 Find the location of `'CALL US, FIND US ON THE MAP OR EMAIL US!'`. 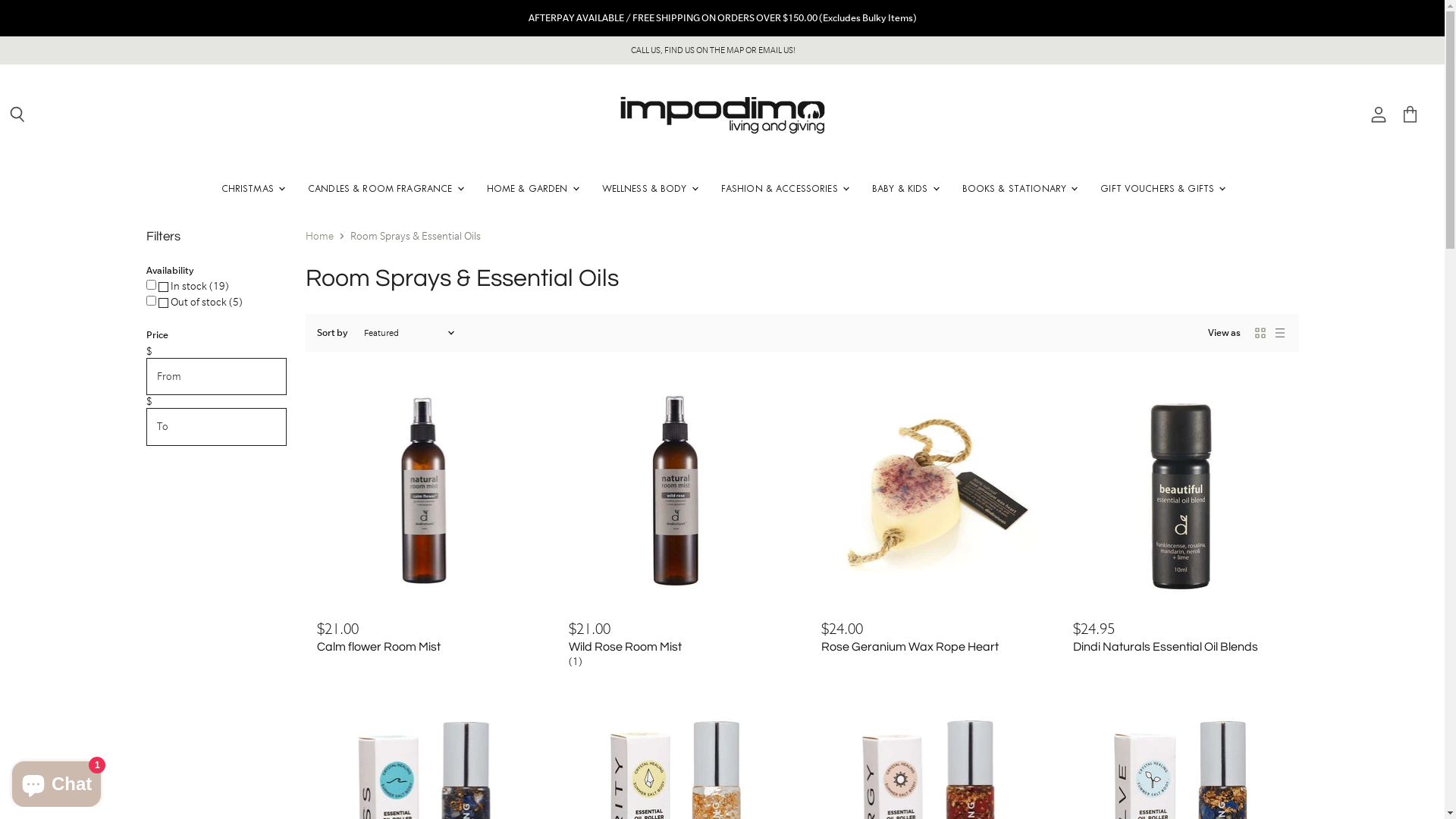

'CALL US, FIND US ON THE MAP OR EMAIL US!' is located at coordinates (712, 49).